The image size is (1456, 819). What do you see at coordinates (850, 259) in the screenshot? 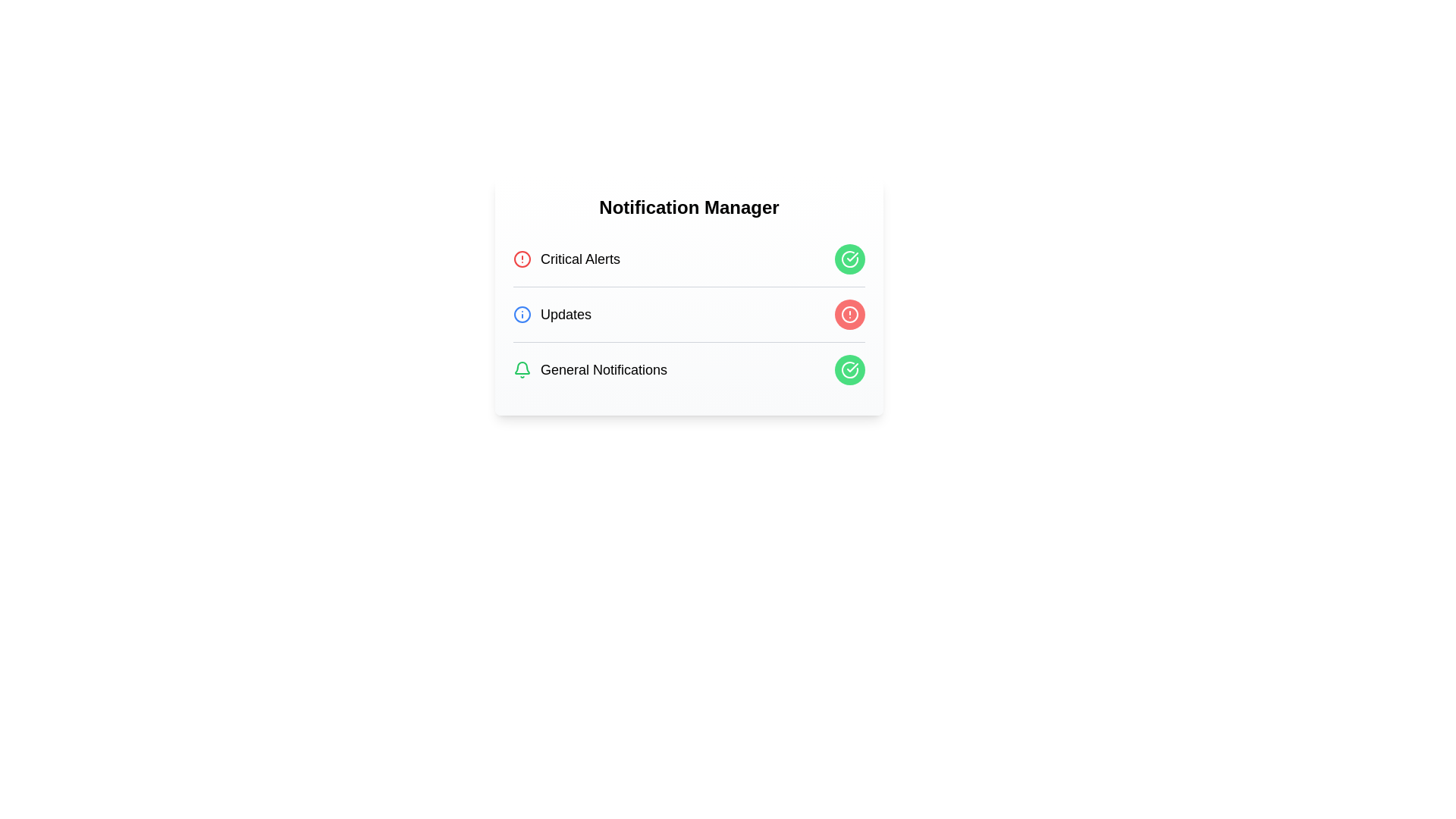
I see `the button corresponding to 'Critical Alerts'` at bounding box center [850, 259].